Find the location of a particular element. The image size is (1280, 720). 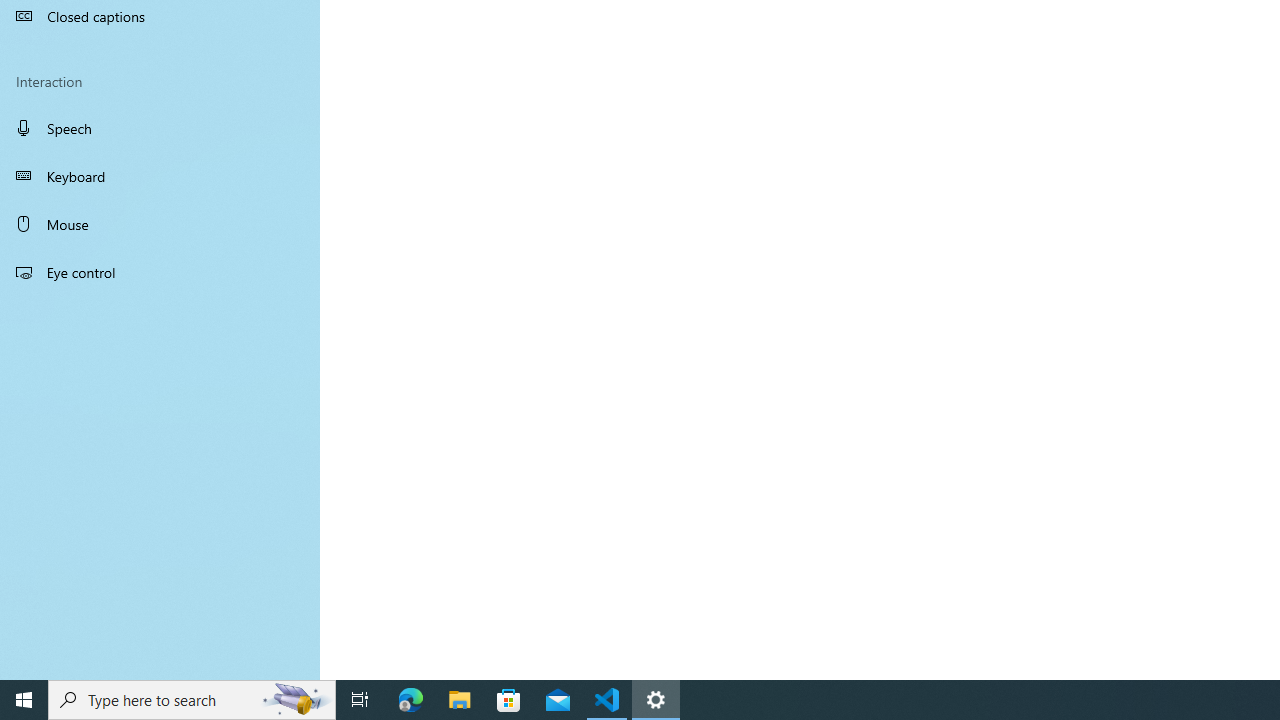

'Settings - 1 running window' is located at coordinates (656, 698).